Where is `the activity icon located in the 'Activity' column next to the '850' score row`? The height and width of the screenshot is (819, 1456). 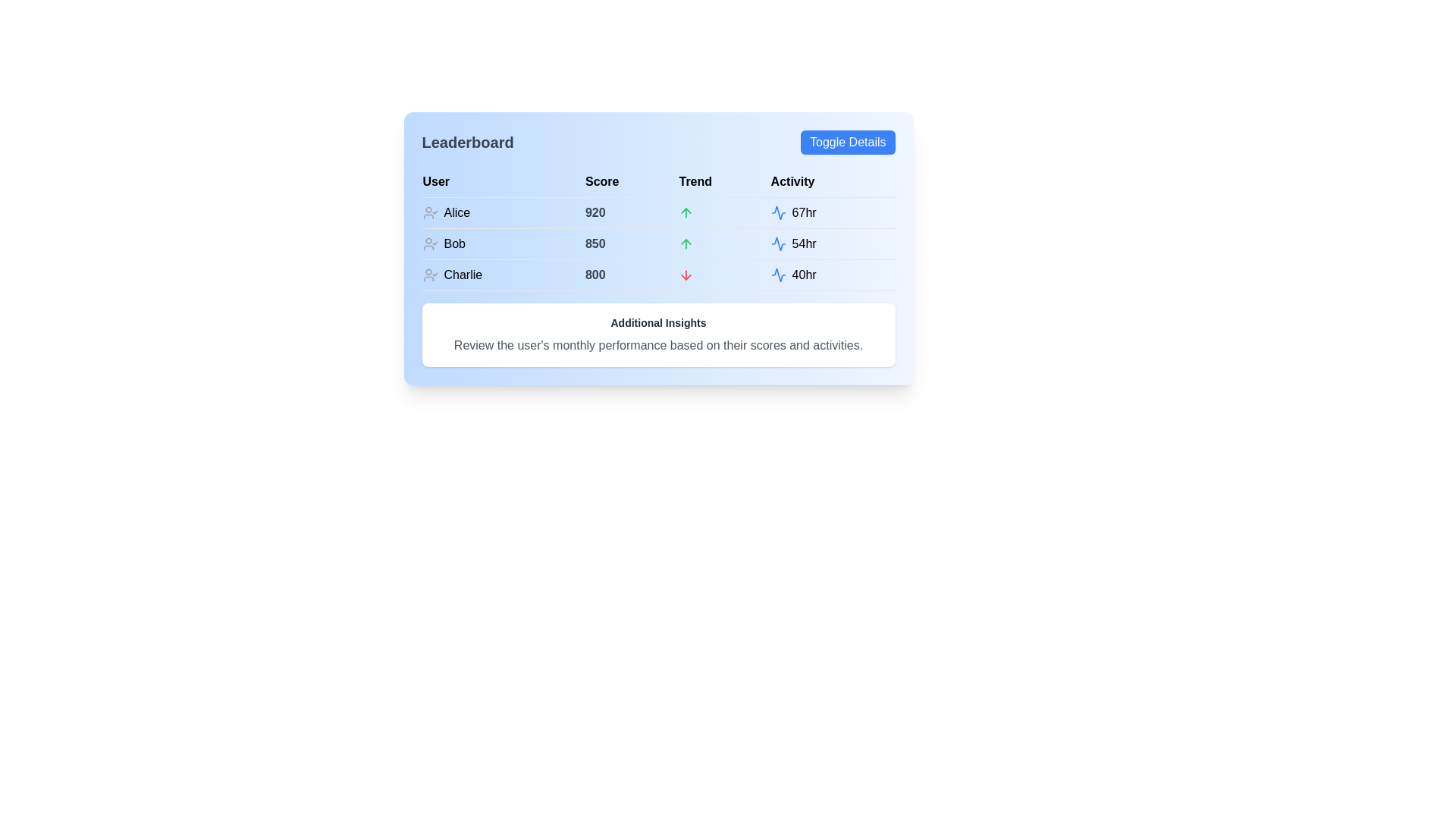 the activity icon located in the 'Activity' column next to the '850' score row is located at coordinates (778, 275).